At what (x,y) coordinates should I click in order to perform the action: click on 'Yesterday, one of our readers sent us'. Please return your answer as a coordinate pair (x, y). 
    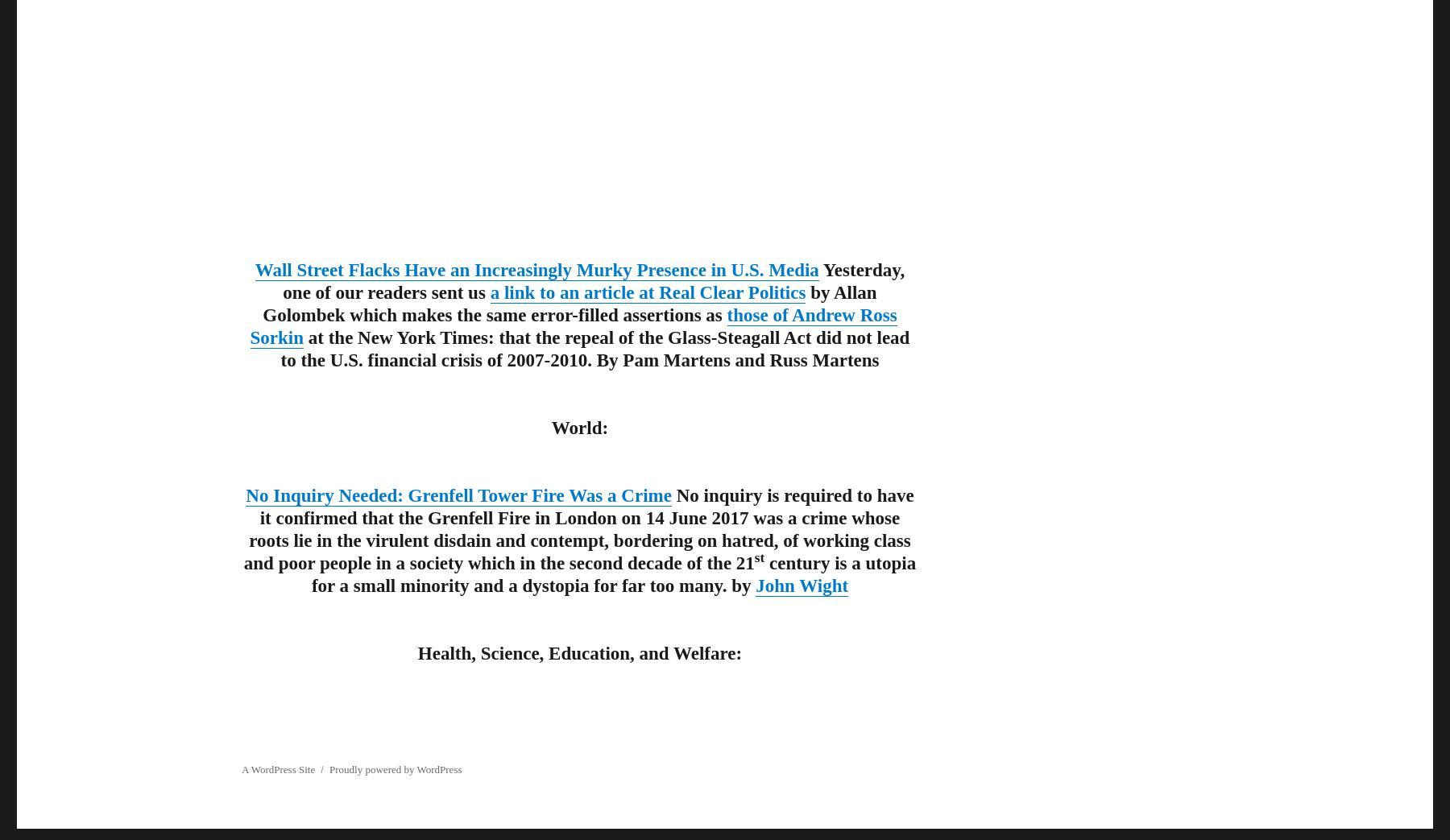
    Looking at the image, I should click on (592, 279).